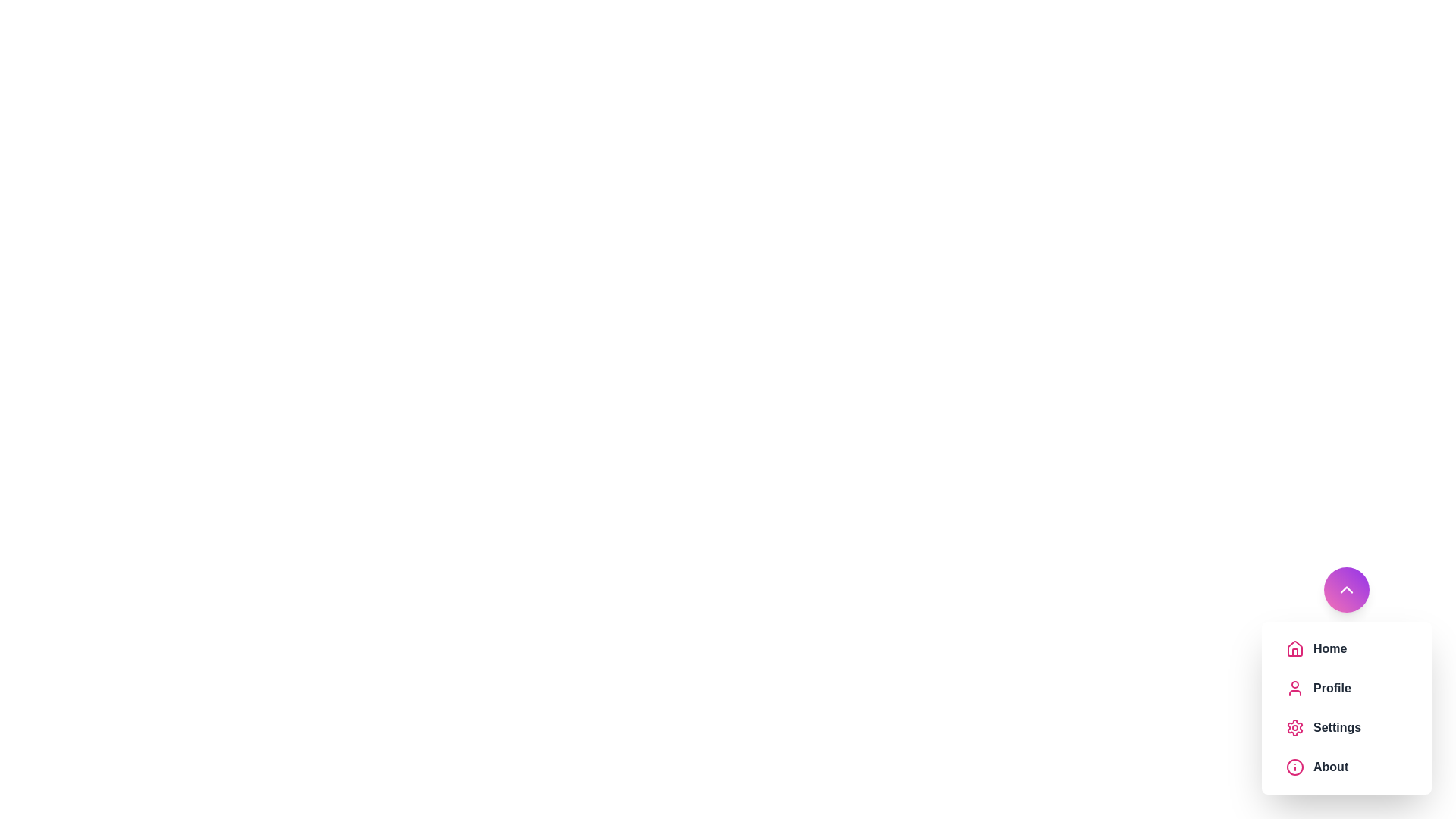 The height and width of the screenshot is (819, 1456). I want to click on the menu item labeled About, so click(1360, 767).